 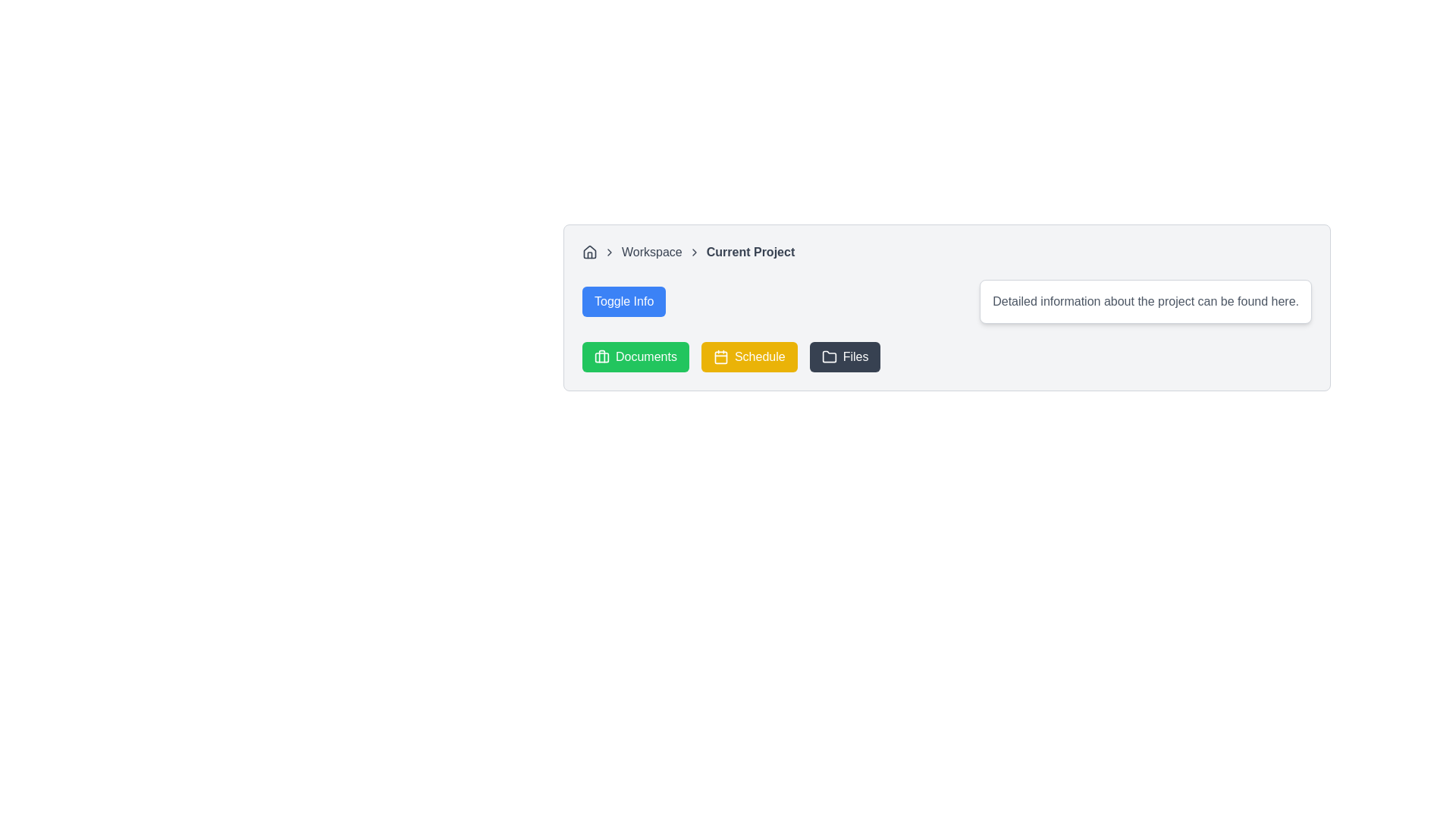 What do you see at coordinates (749, 356) in the screenshot?
I see `the middle scheduling button located` at bounding box center [749, 356].